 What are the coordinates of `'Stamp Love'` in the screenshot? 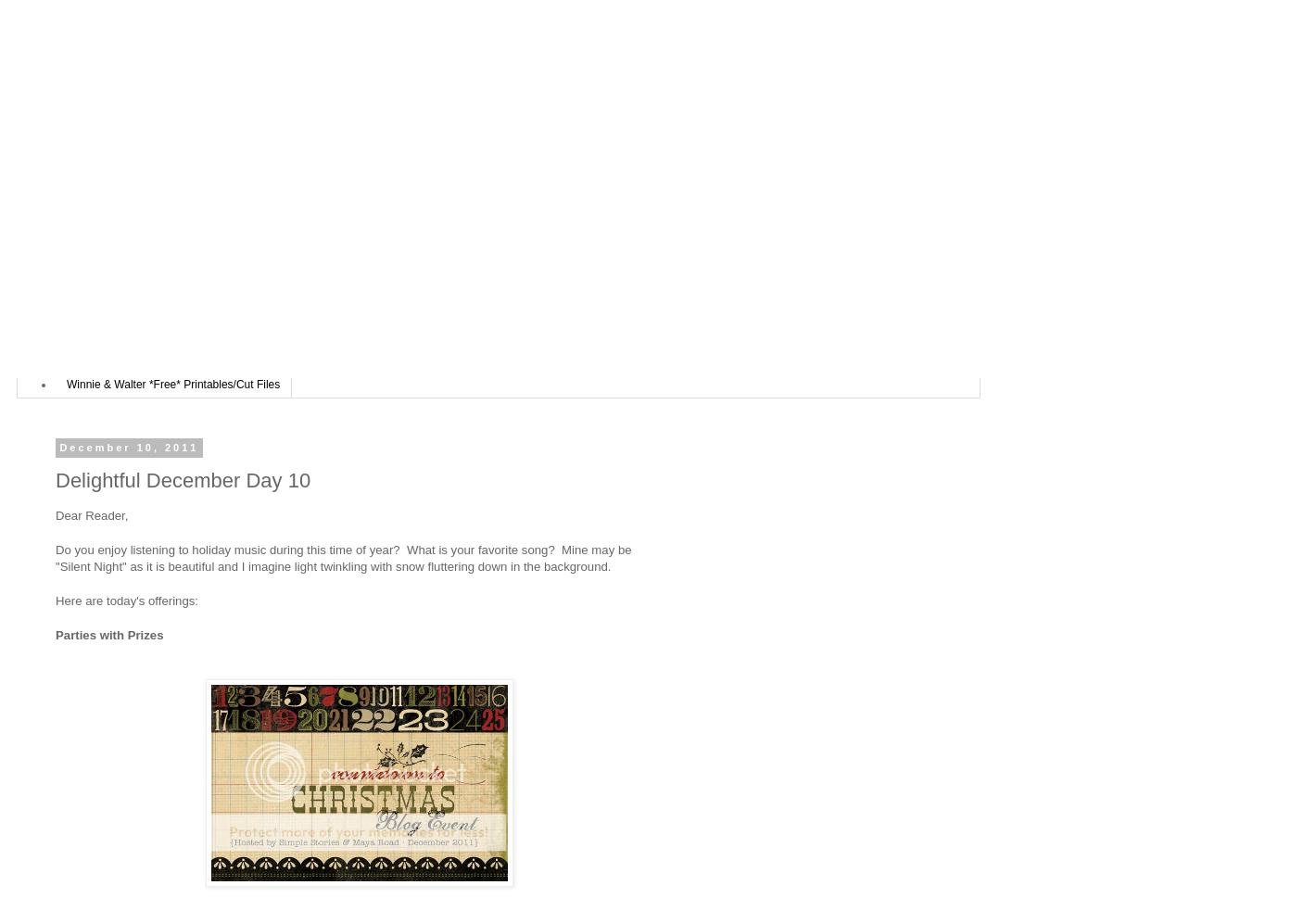 It's located at (95, 357).